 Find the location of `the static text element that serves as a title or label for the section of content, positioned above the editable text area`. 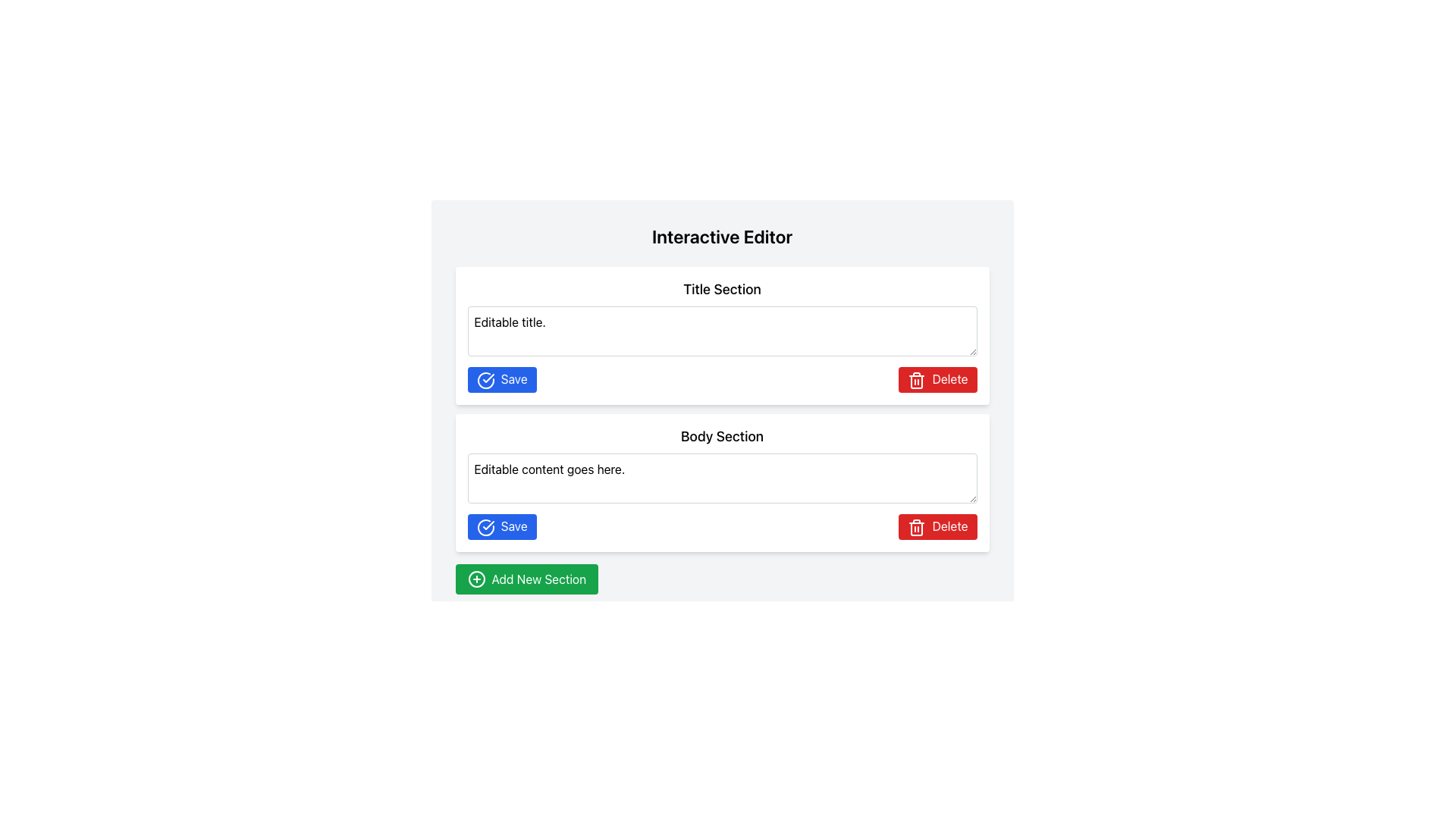

the static text element that serves as a title or label for the section of content, positioned above the editable text area is located at coordinates (721, 436).